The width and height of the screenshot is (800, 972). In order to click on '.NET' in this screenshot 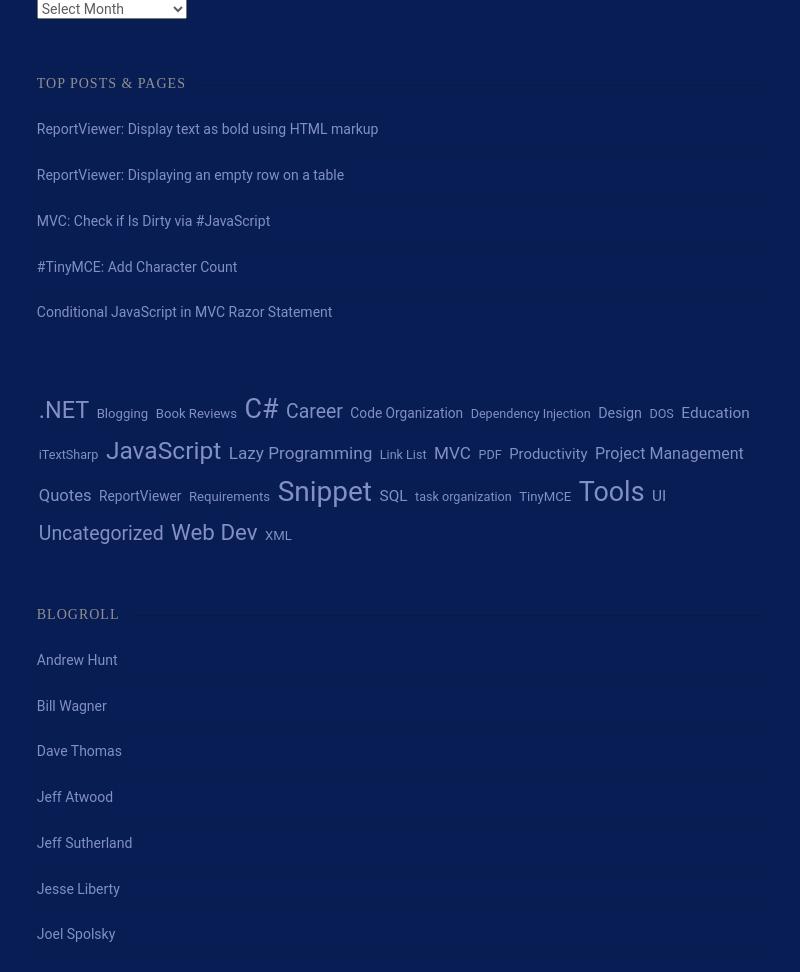, I will do `click(62, 409)`.